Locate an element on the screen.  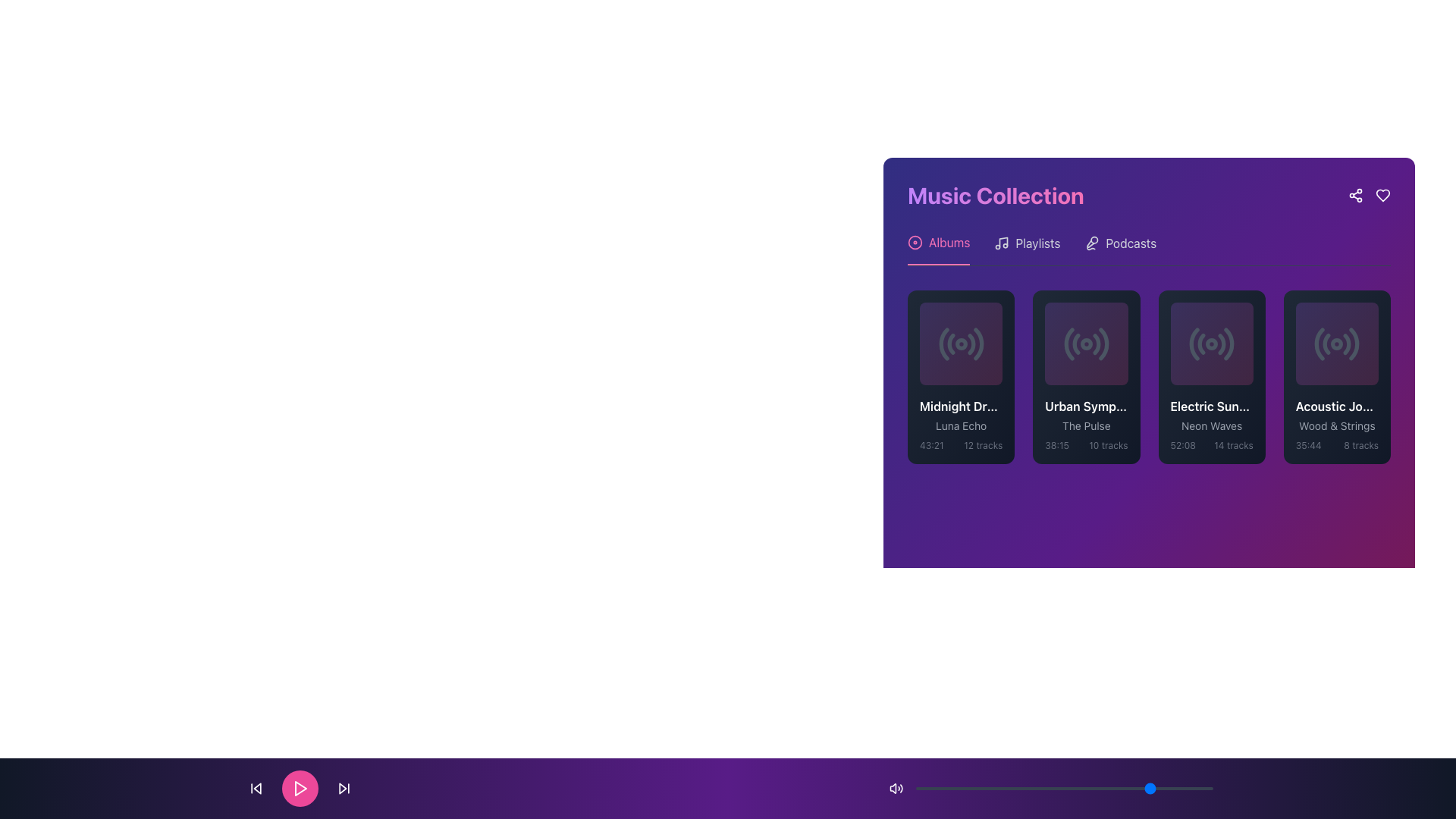
the slider value is located at coordinates (956, 788).